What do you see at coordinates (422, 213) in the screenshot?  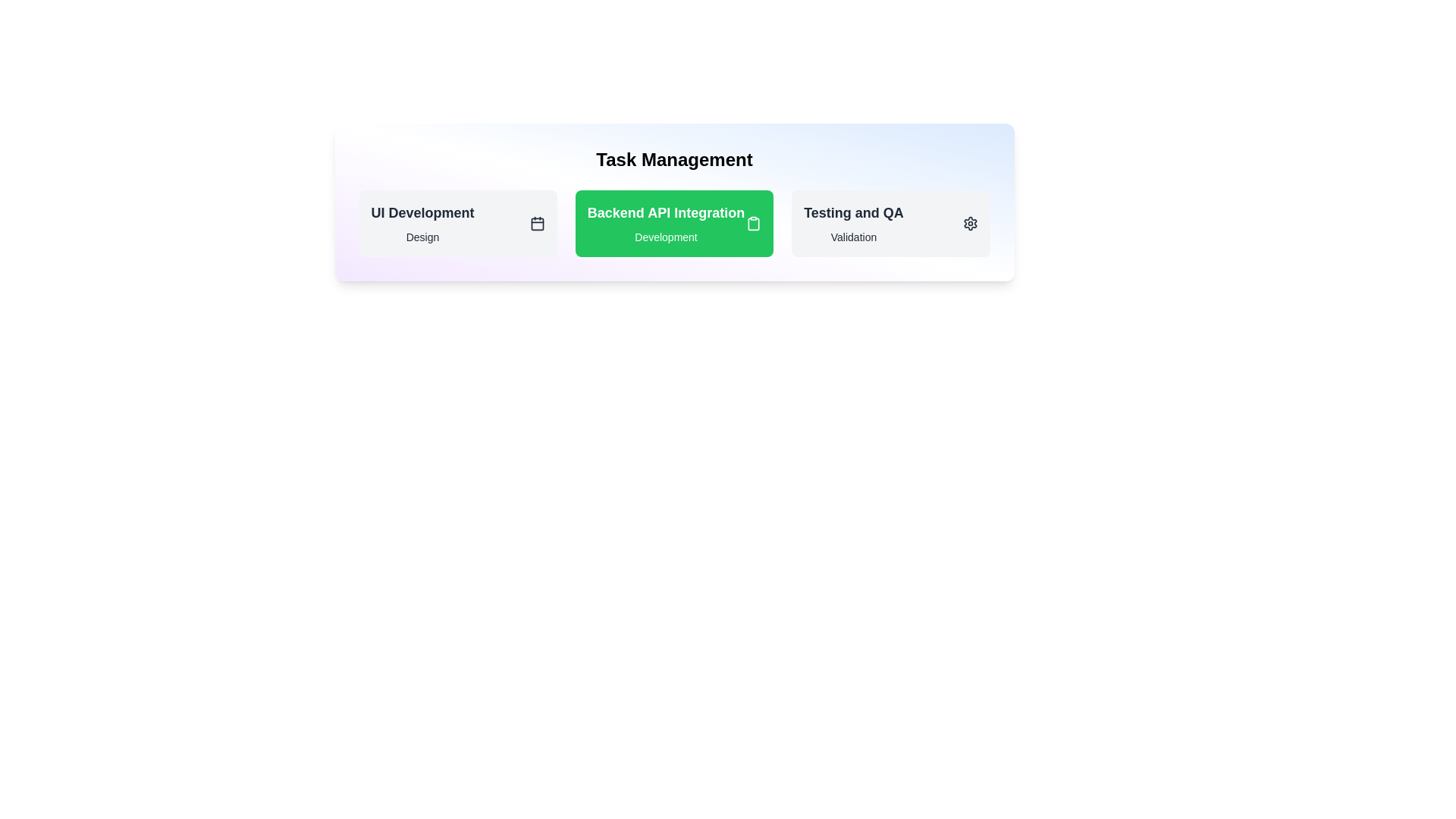 I see `the task details for the task with title 'UI Development'` at bounding box center [422, 213].